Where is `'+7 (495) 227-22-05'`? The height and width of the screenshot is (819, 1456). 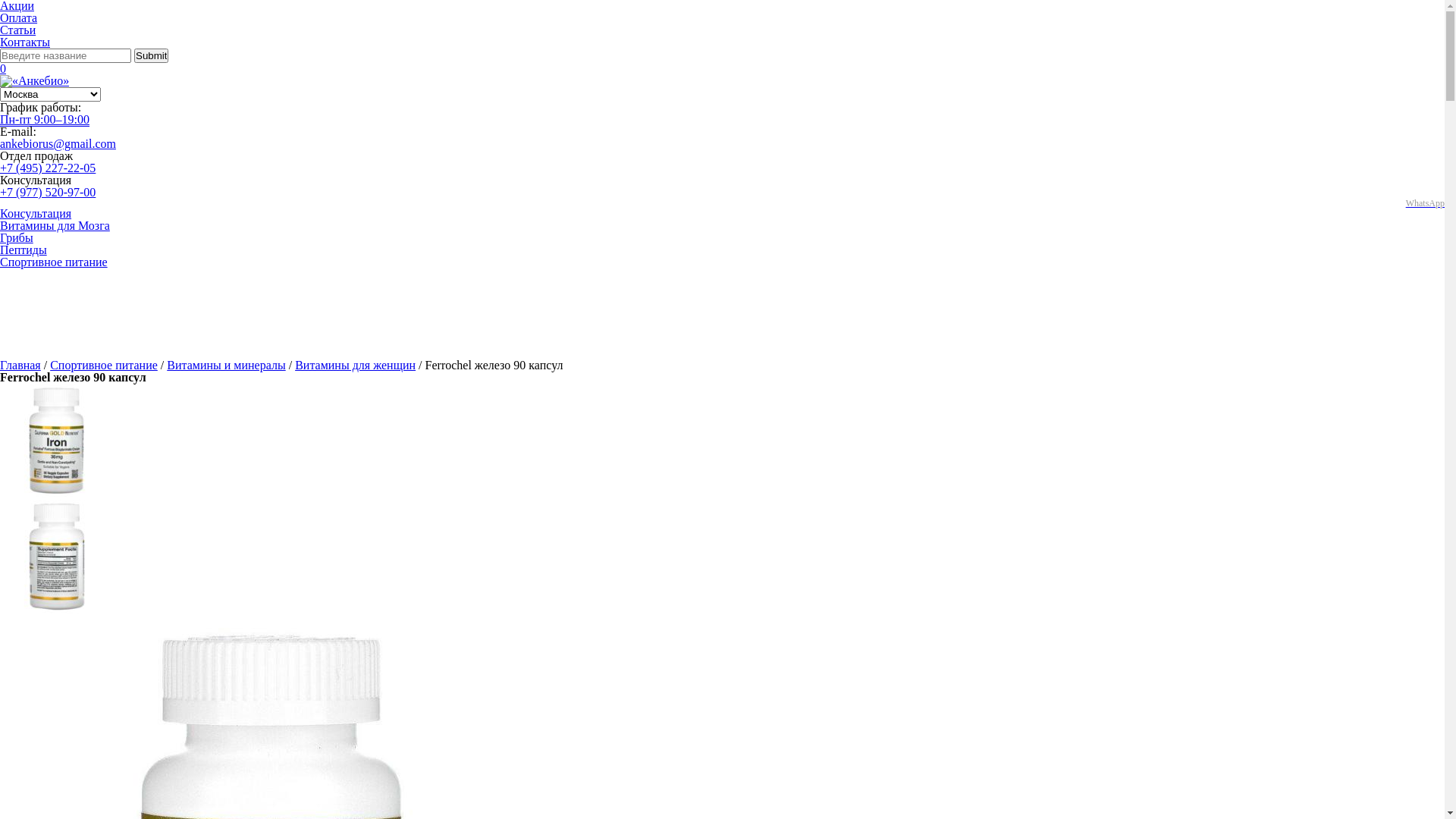 '+7 (495) 227-22-05' is located at coordinates (0, 168).